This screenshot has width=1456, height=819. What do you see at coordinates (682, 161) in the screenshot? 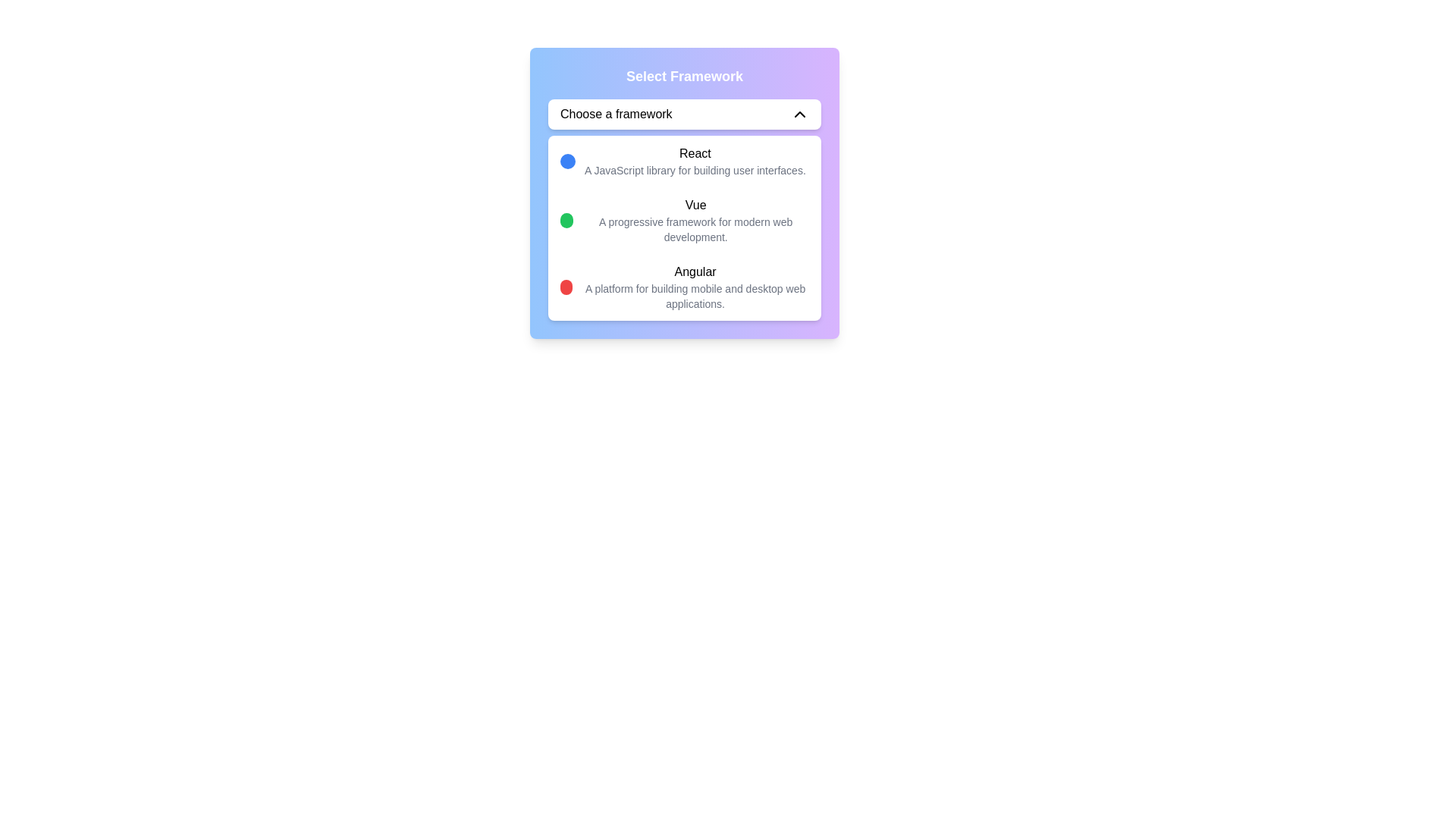
I see `the informational Text block that introduces the React framework, which is the first item in the vertical menu list under the 'Choose a framework' dropdown header` at bounding box center [682, 161].